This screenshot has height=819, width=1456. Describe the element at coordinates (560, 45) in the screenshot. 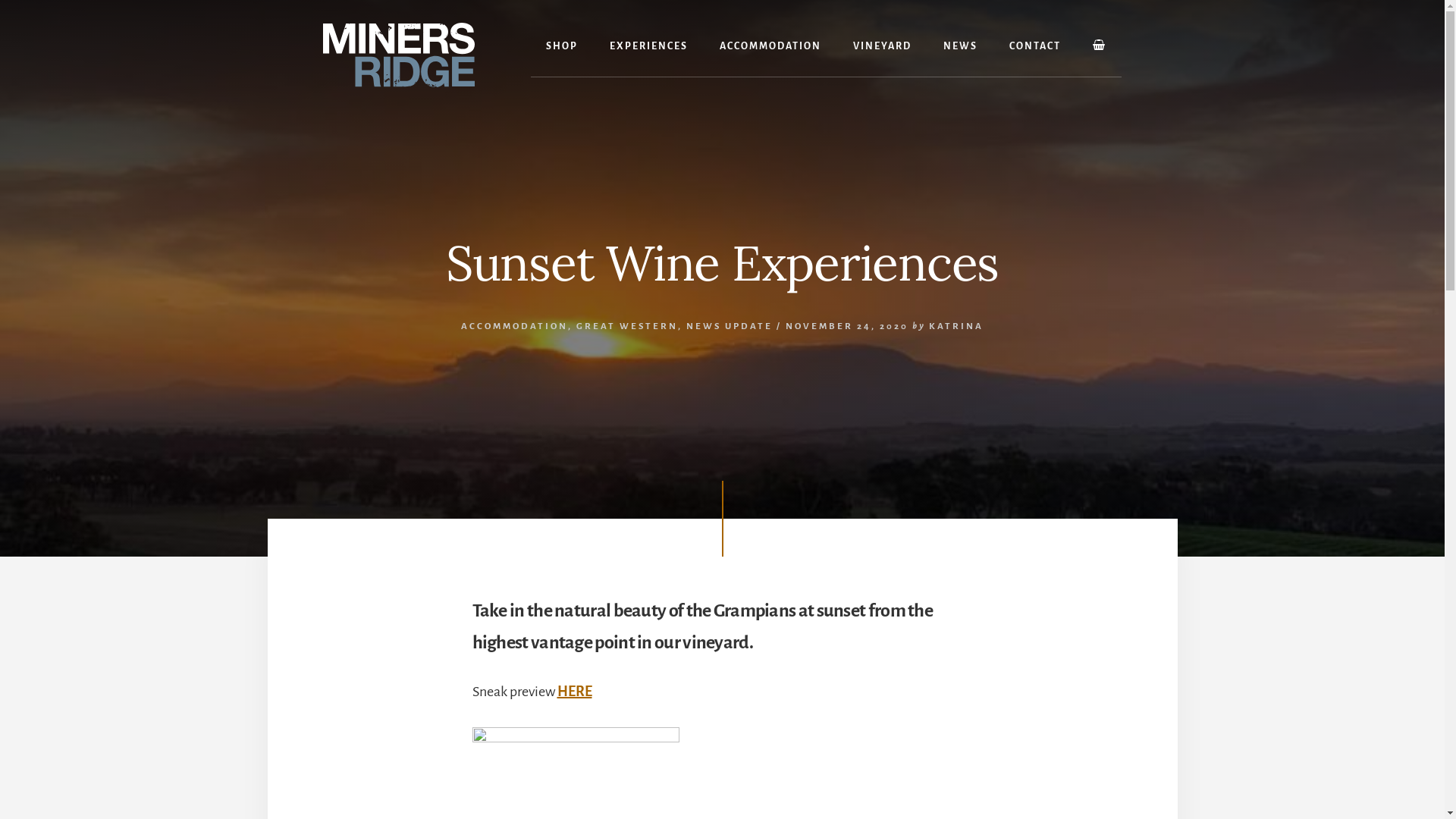

I see `'SHOP'` at that location.